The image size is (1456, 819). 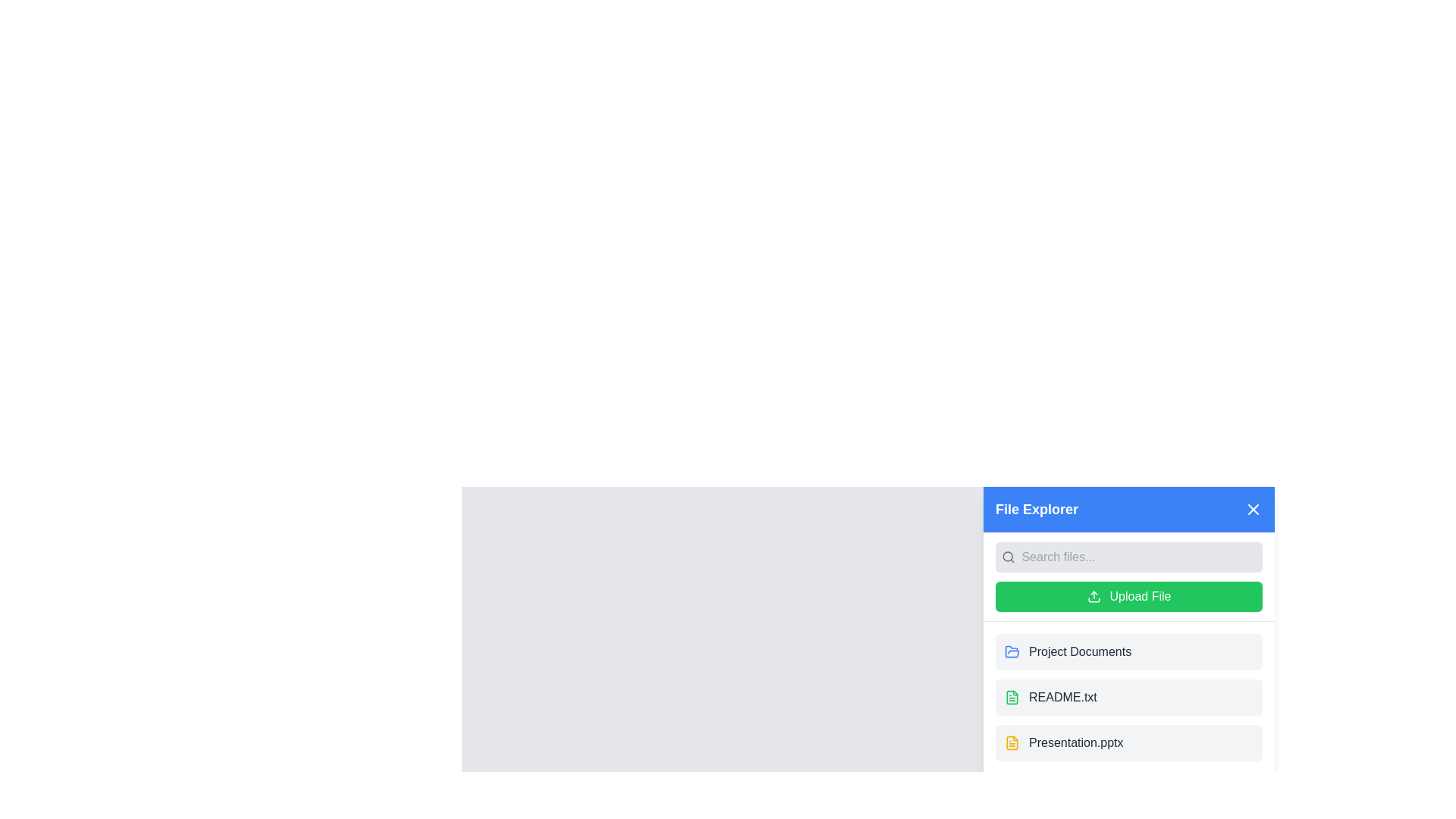 What do you see at coordinates (1140, 595) in the screenshot?
I see `the 'Upload File' text label which is displayed in white bold font on a green button background, located towards the center-right of the button in the File Explorer panel` at bounding box center [1140, 595].